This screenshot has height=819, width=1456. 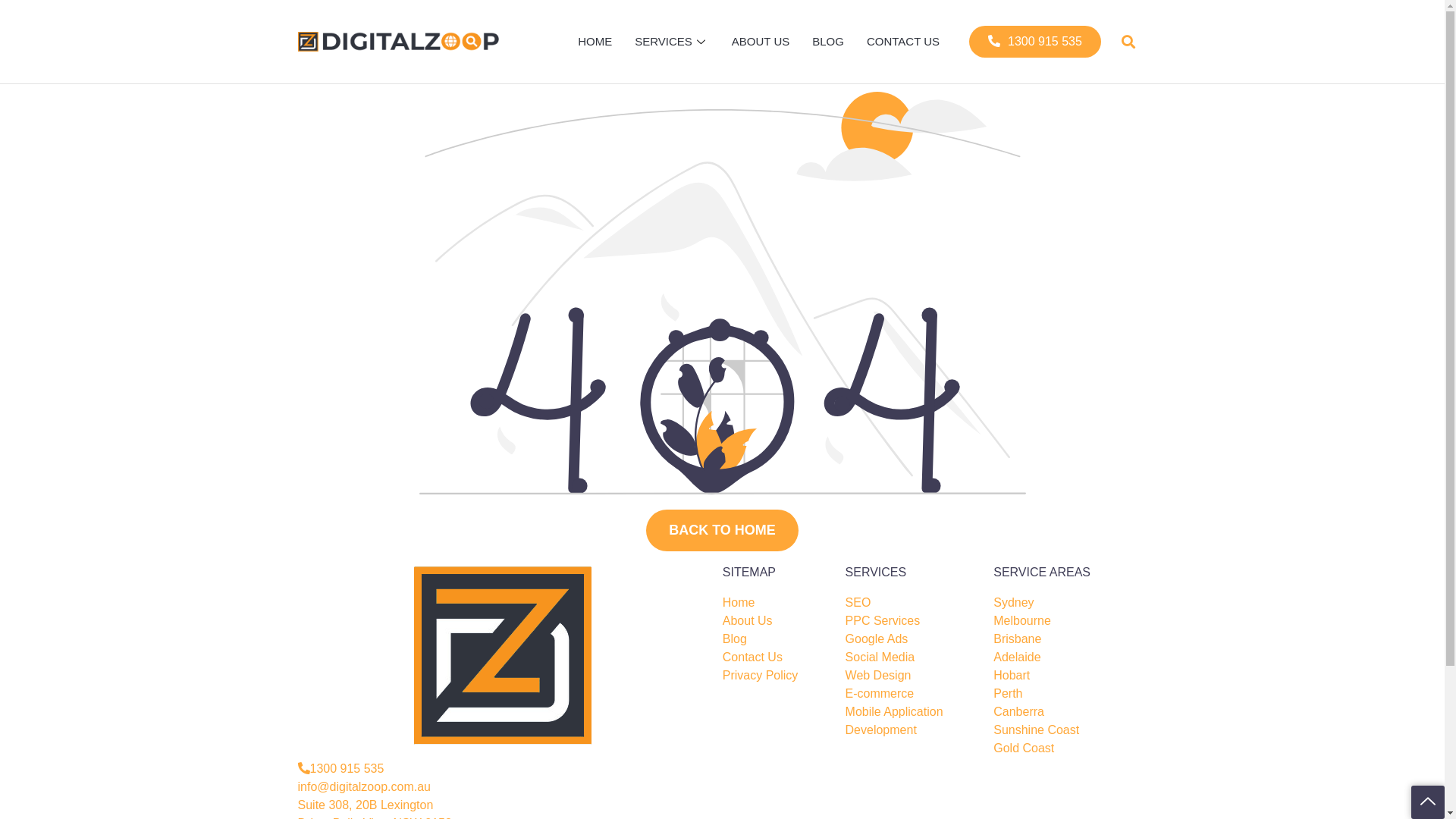 I want to click on '1300 915 535', so click(x=1034, y=40).